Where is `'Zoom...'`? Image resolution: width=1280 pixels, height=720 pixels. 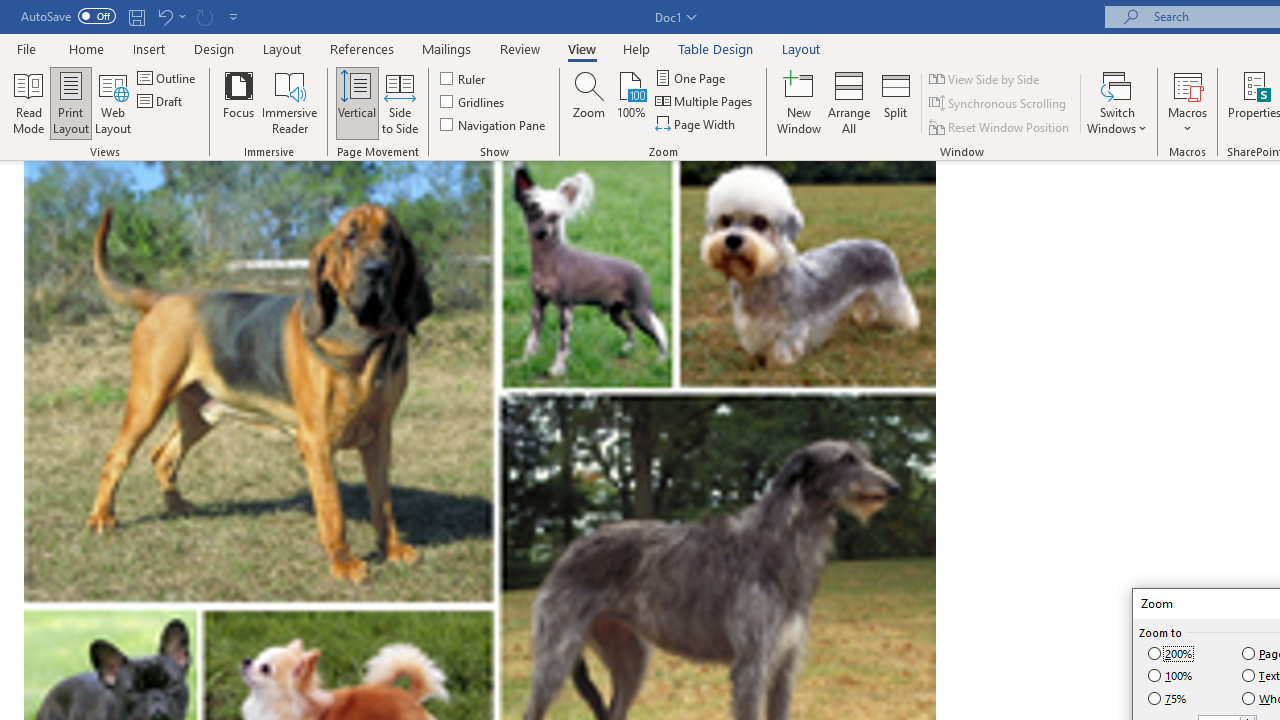 'Zoom...' is located at coordinates (588, 103).